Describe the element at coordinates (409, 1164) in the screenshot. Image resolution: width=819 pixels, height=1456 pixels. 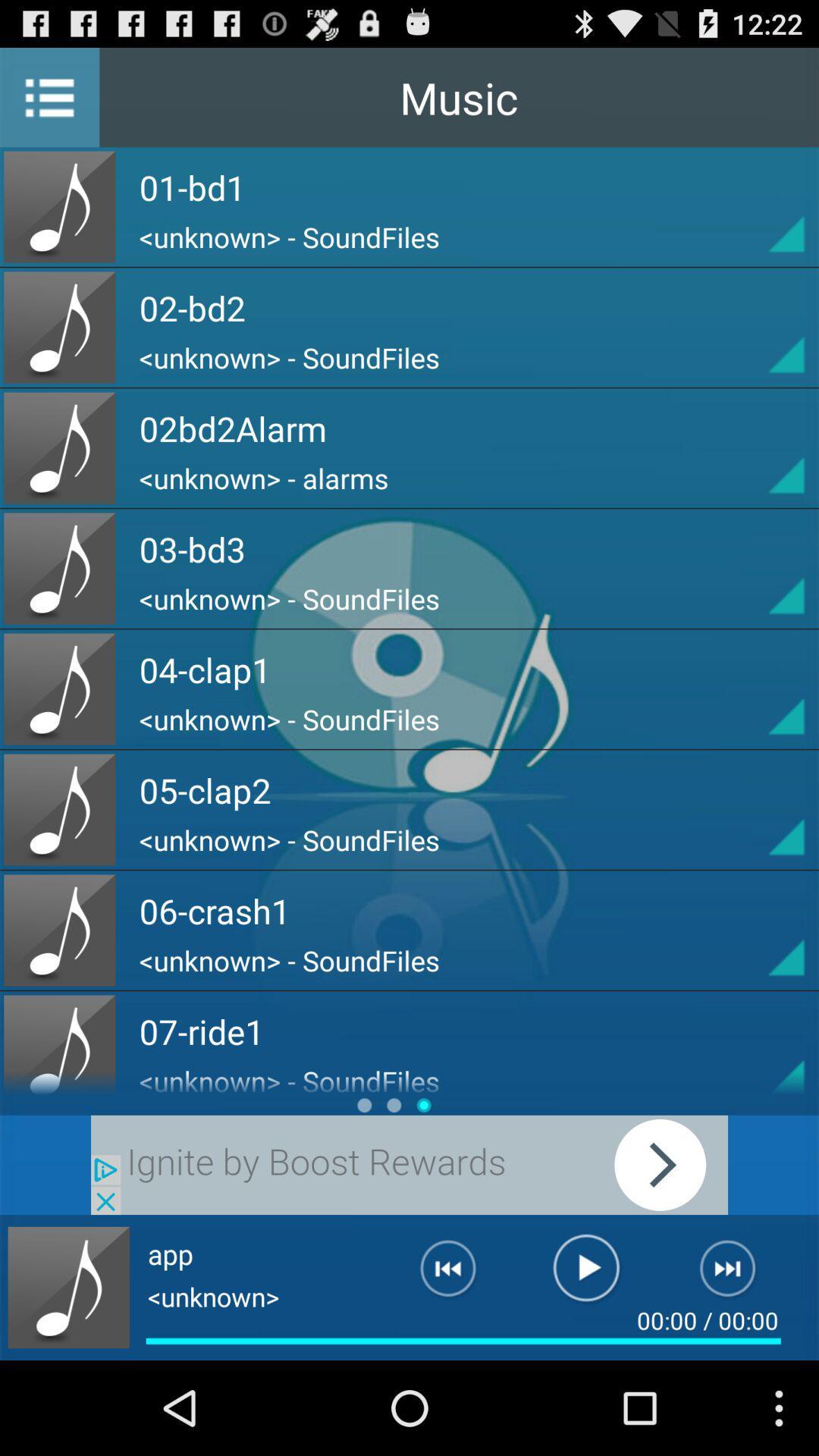
I see `next` at that location.